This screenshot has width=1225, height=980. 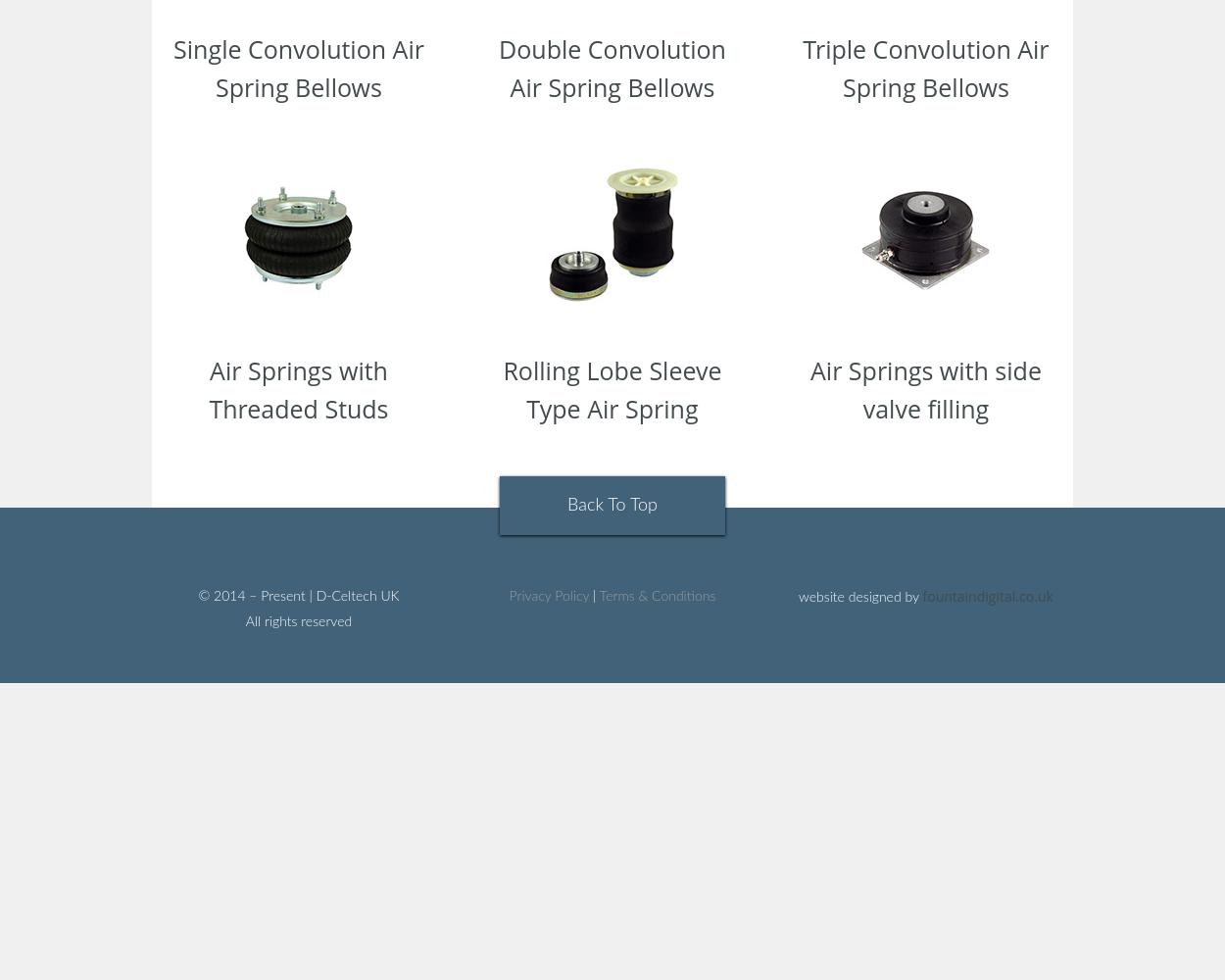 What do you see at coordinates (611, 67) in the screenshot?
I see `'Double Convolution Air Spring Bellows'` at bounding box center [611, 67].